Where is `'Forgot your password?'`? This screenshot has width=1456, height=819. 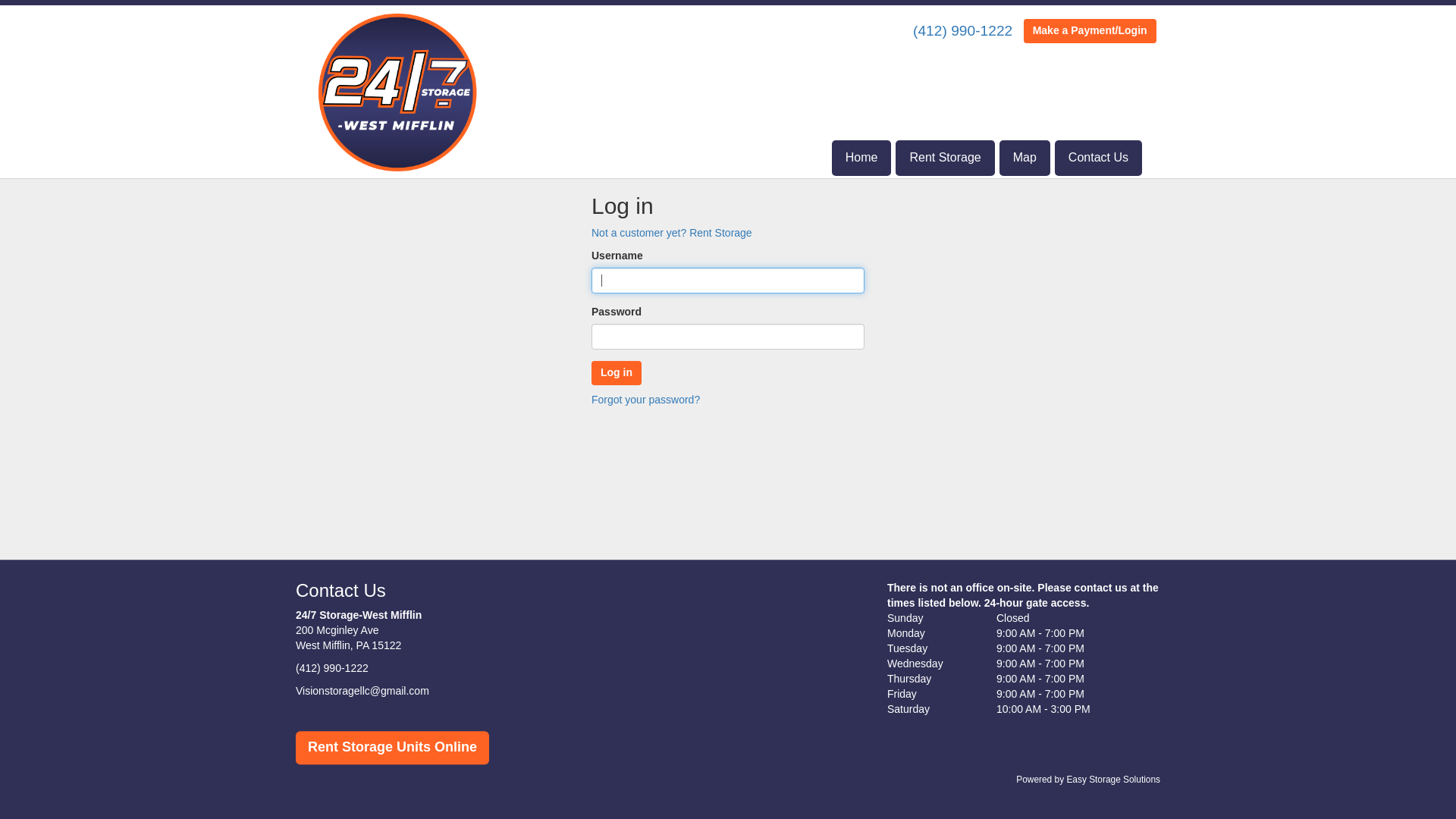
'Forgot your password?' is located at coordinates (645, 399).